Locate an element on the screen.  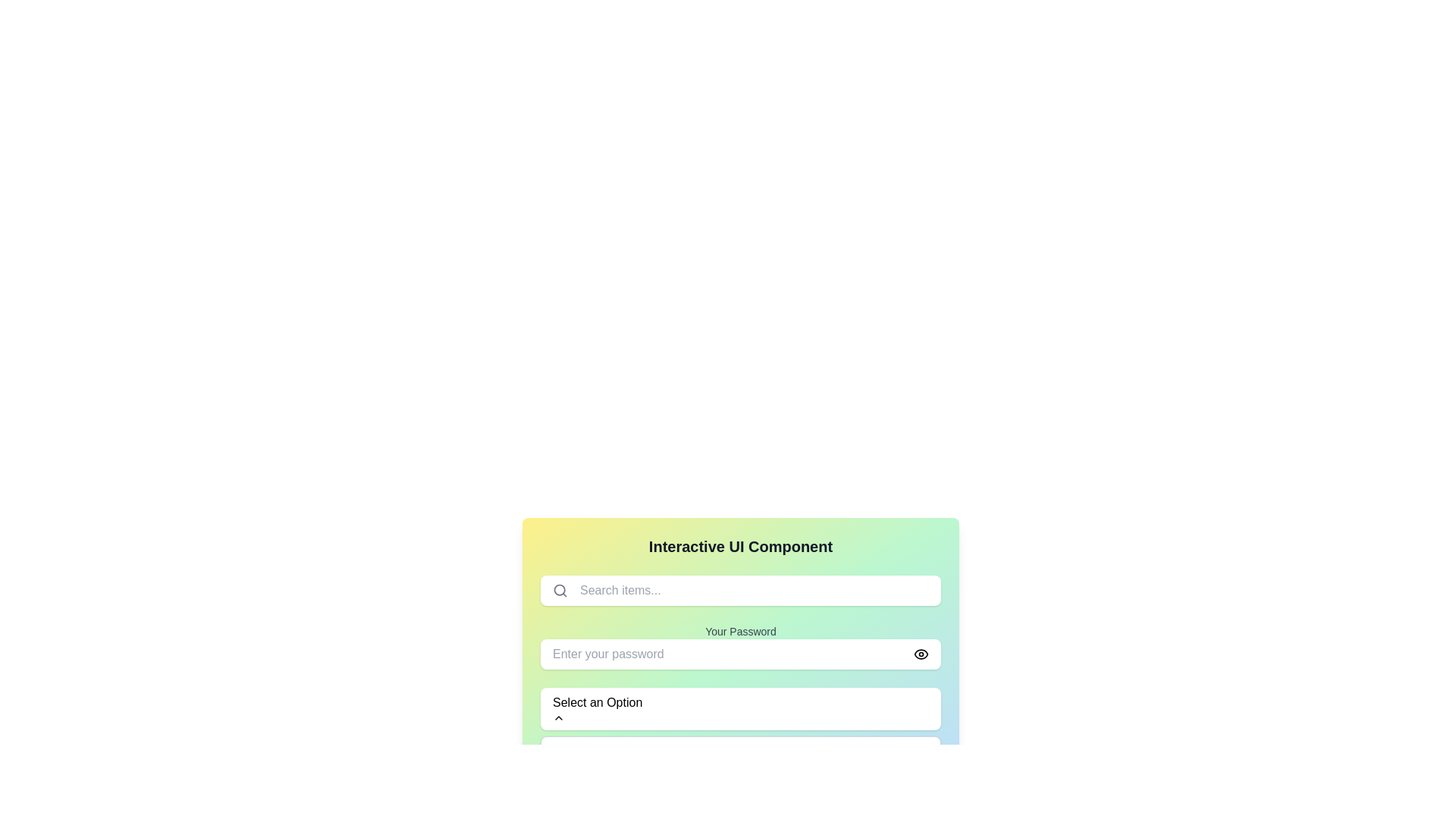
the search icon, which is a gray magnifying glass design located at the left end of the search bar on the top area of the UI panel is located at coordinates (560, 590).